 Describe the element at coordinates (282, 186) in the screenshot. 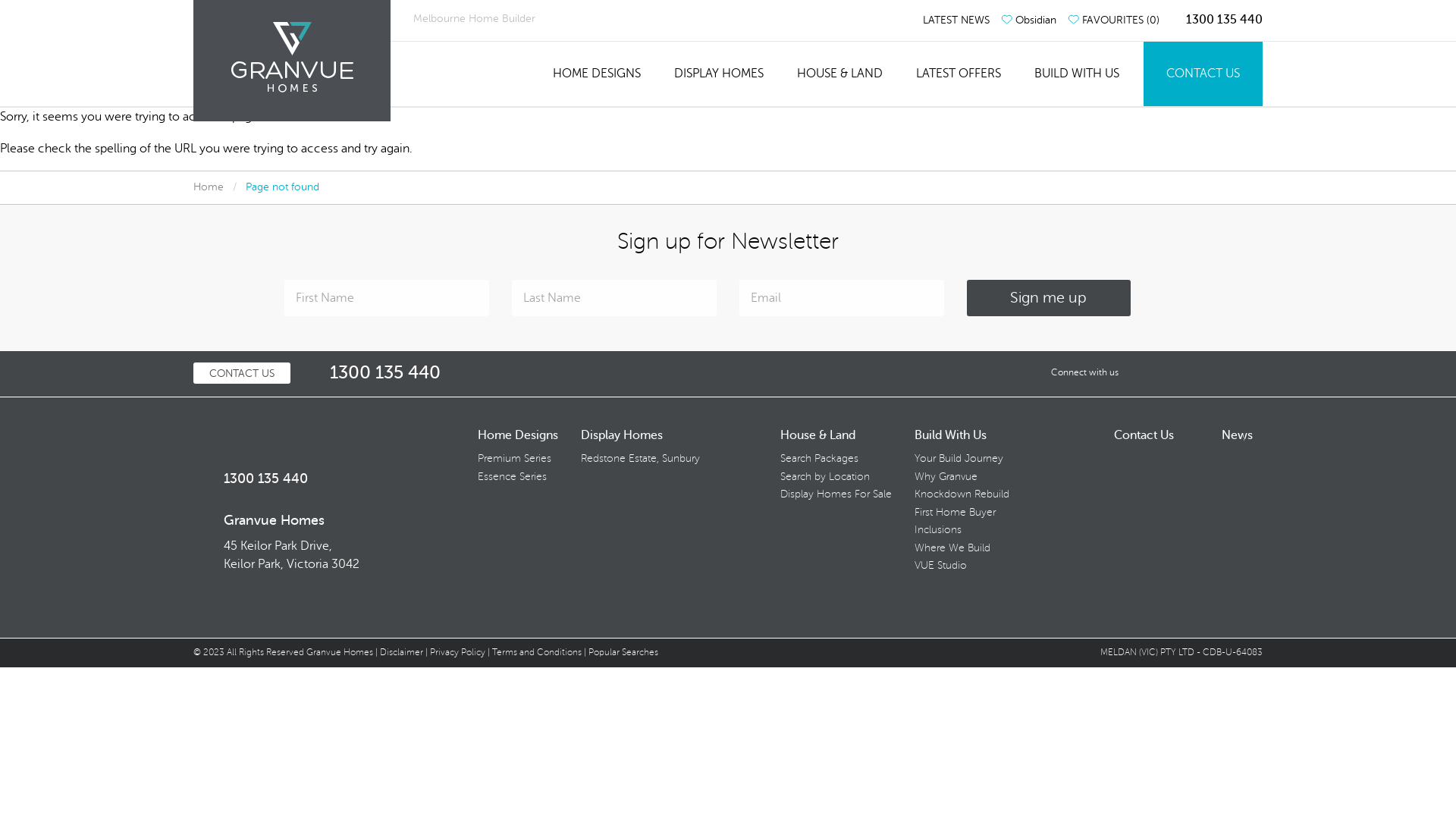

I see `'Page not found'` at that location.